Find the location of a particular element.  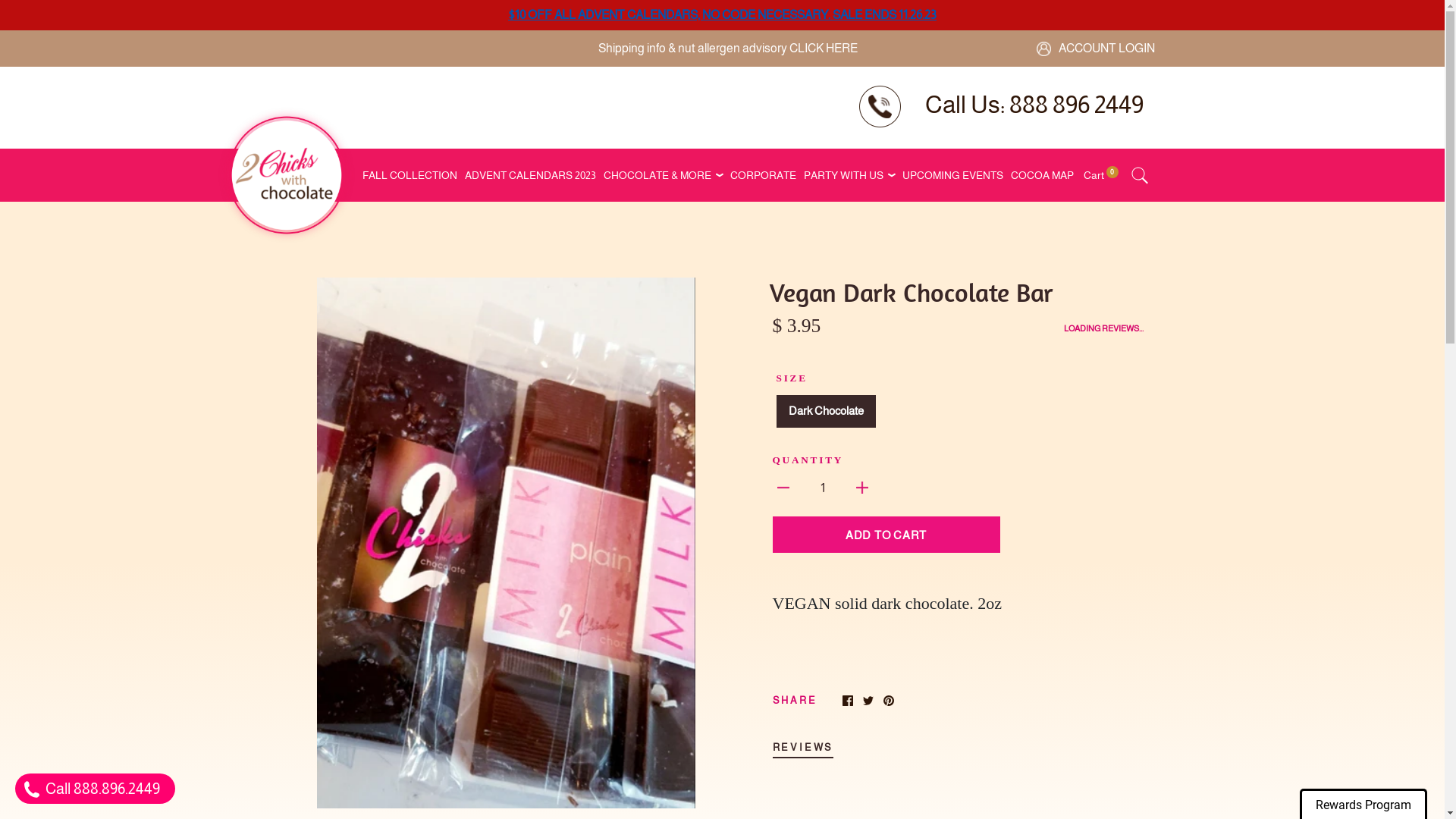

'CLICK HERE' is located at coordinates (822, 47).